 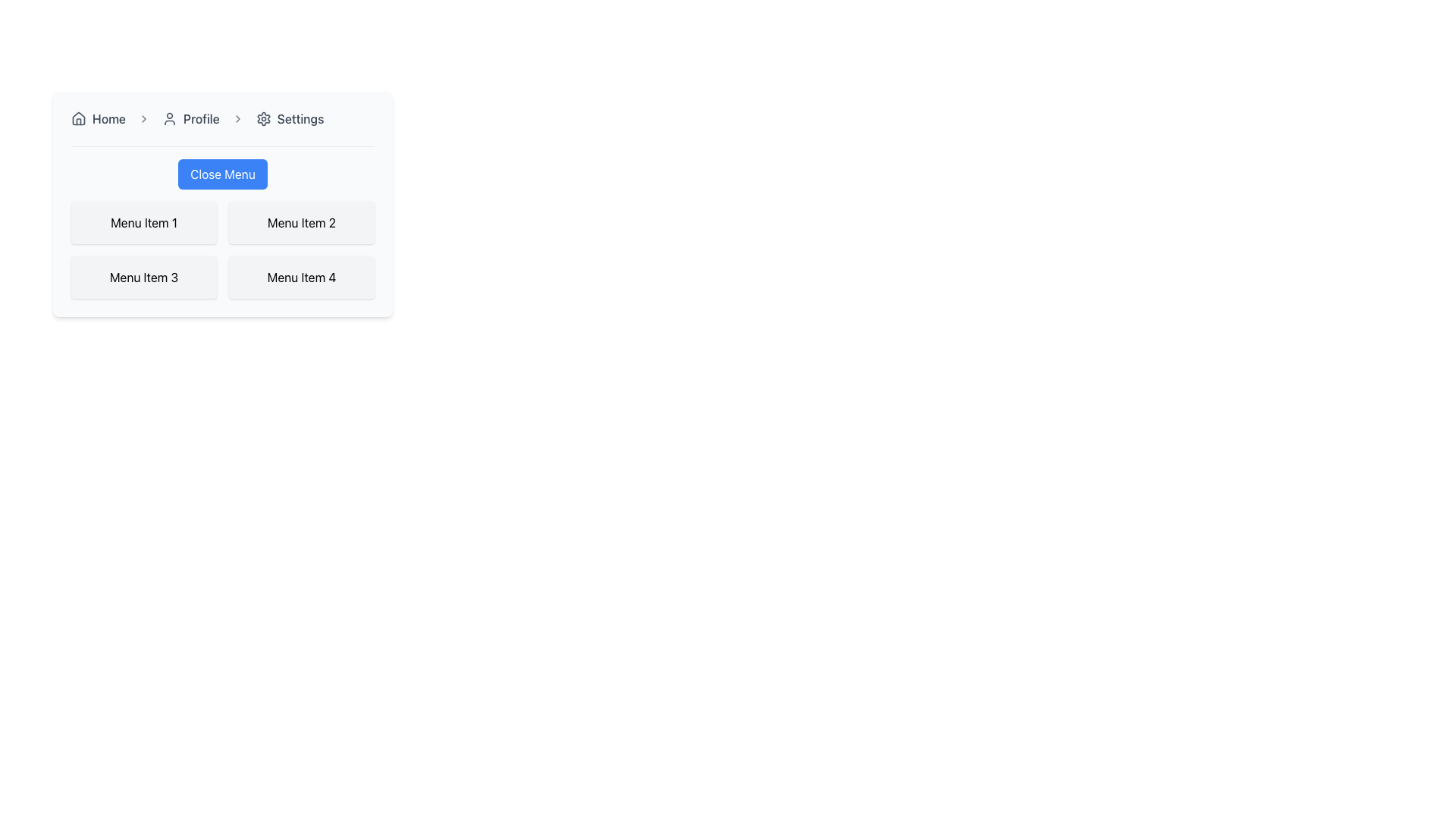 I want to click on the 'Home' navigation link located in the upper left corner of the navigation bar to change its appearance, so click(x=97, y=118).